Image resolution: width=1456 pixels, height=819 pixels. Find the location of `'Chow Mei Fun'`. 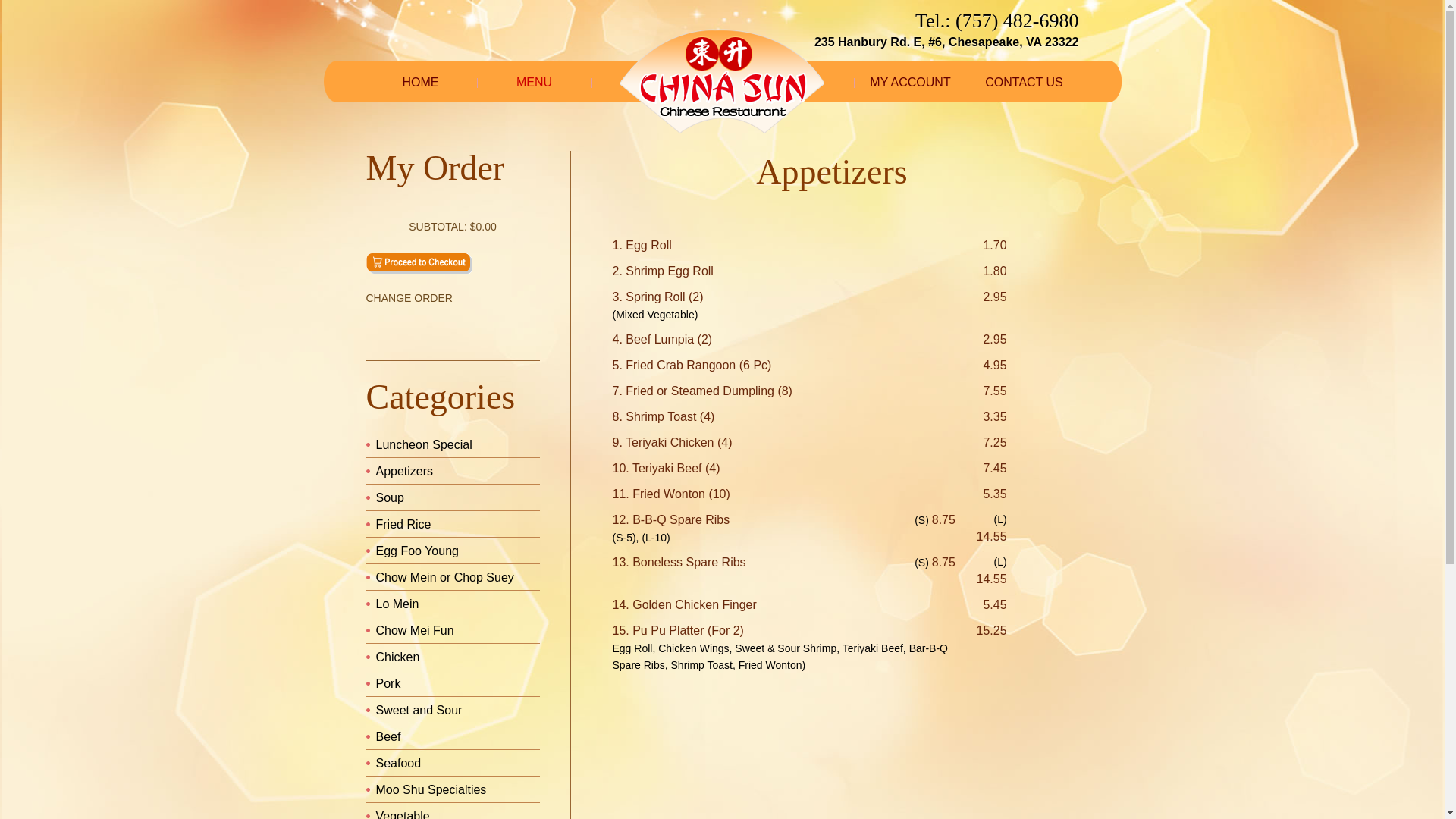

'Chow Mei Fun' is located at coordinates (415, 630).